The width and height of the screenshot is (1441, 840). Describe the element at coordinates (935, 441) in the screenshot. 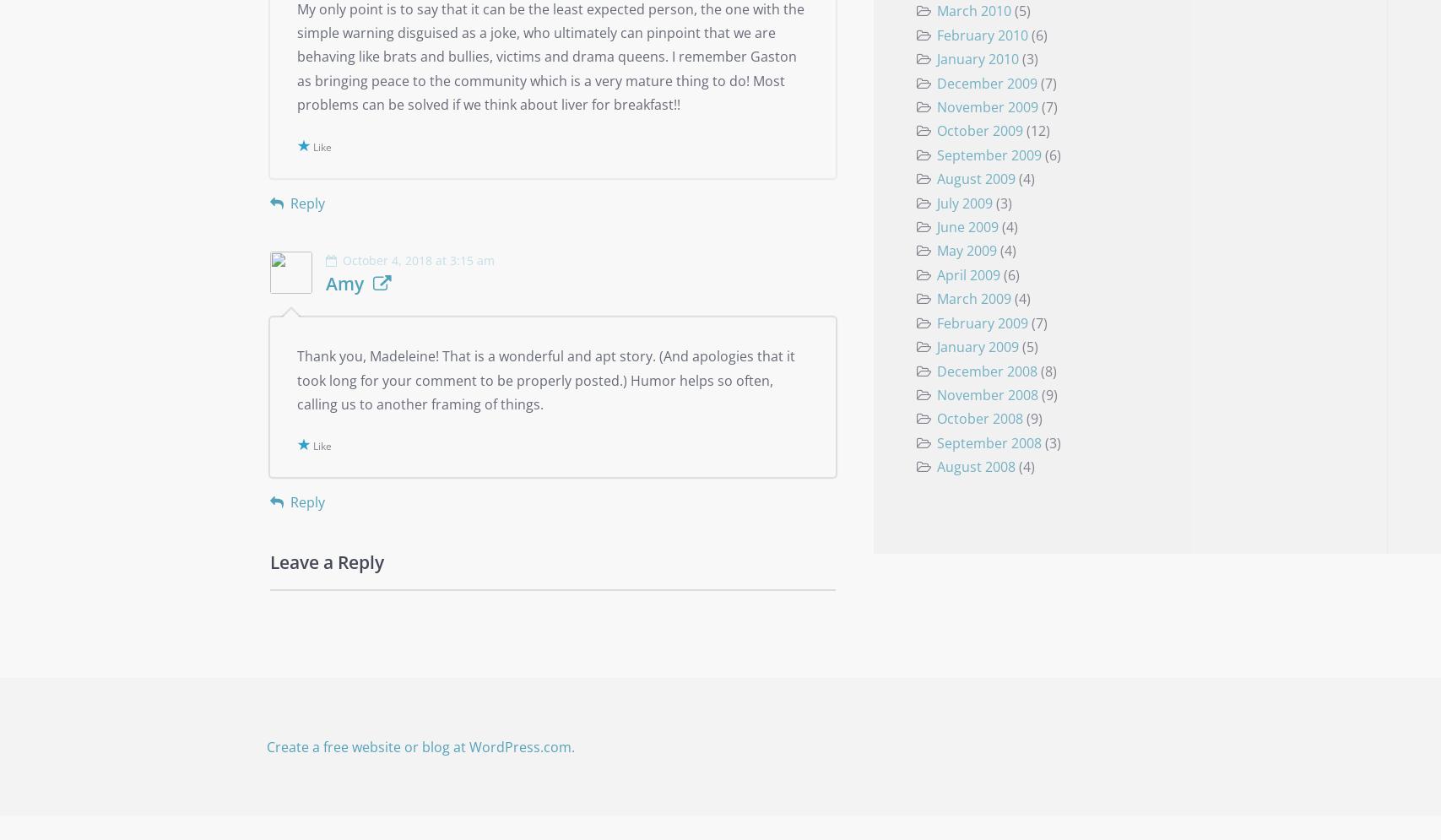

I see `'September 2008'` at that location.